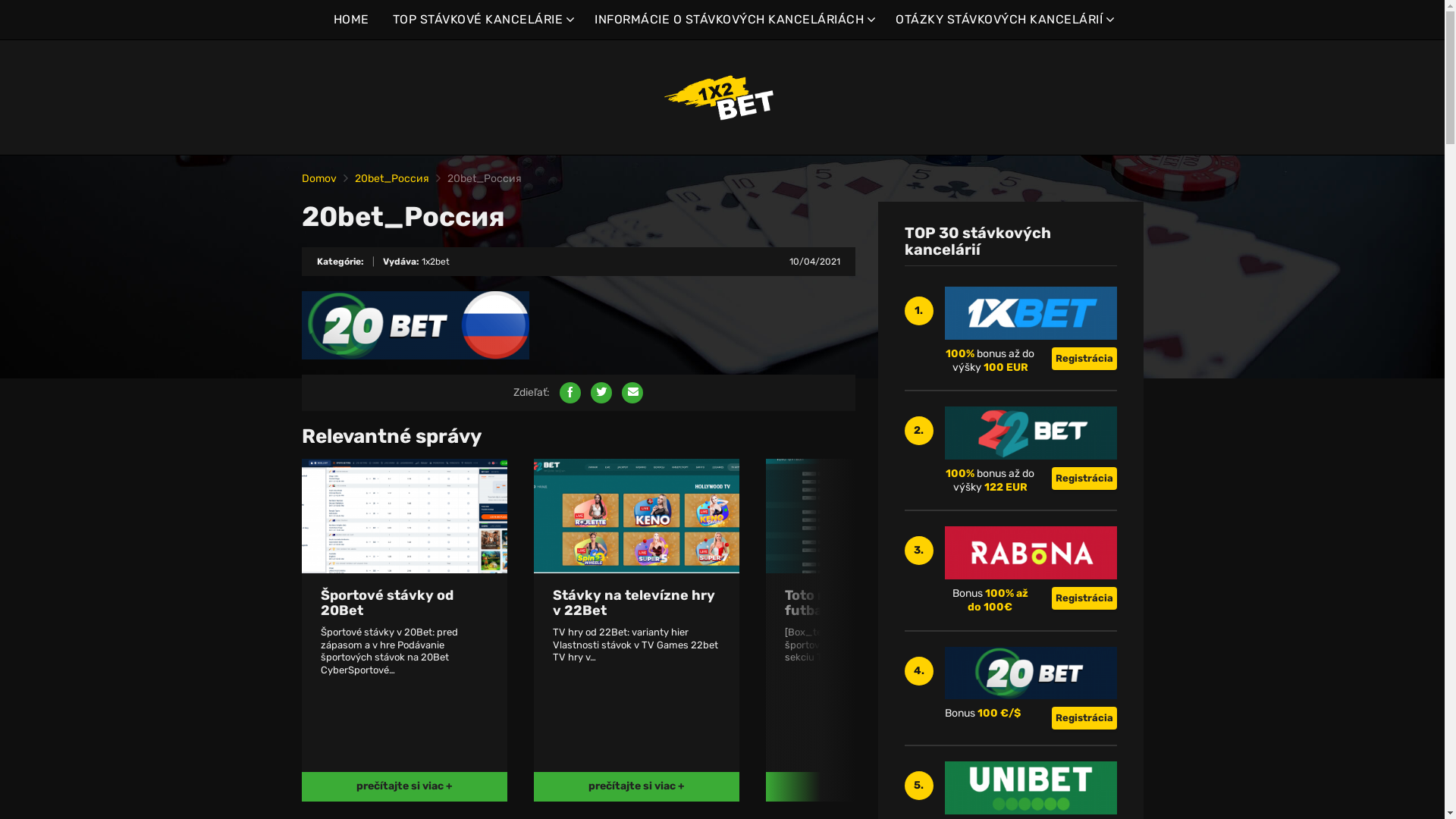  What do you see at coordinates (350, 20) in the screenshot?
I see `'HOME'` at bounding box center [350, 20].